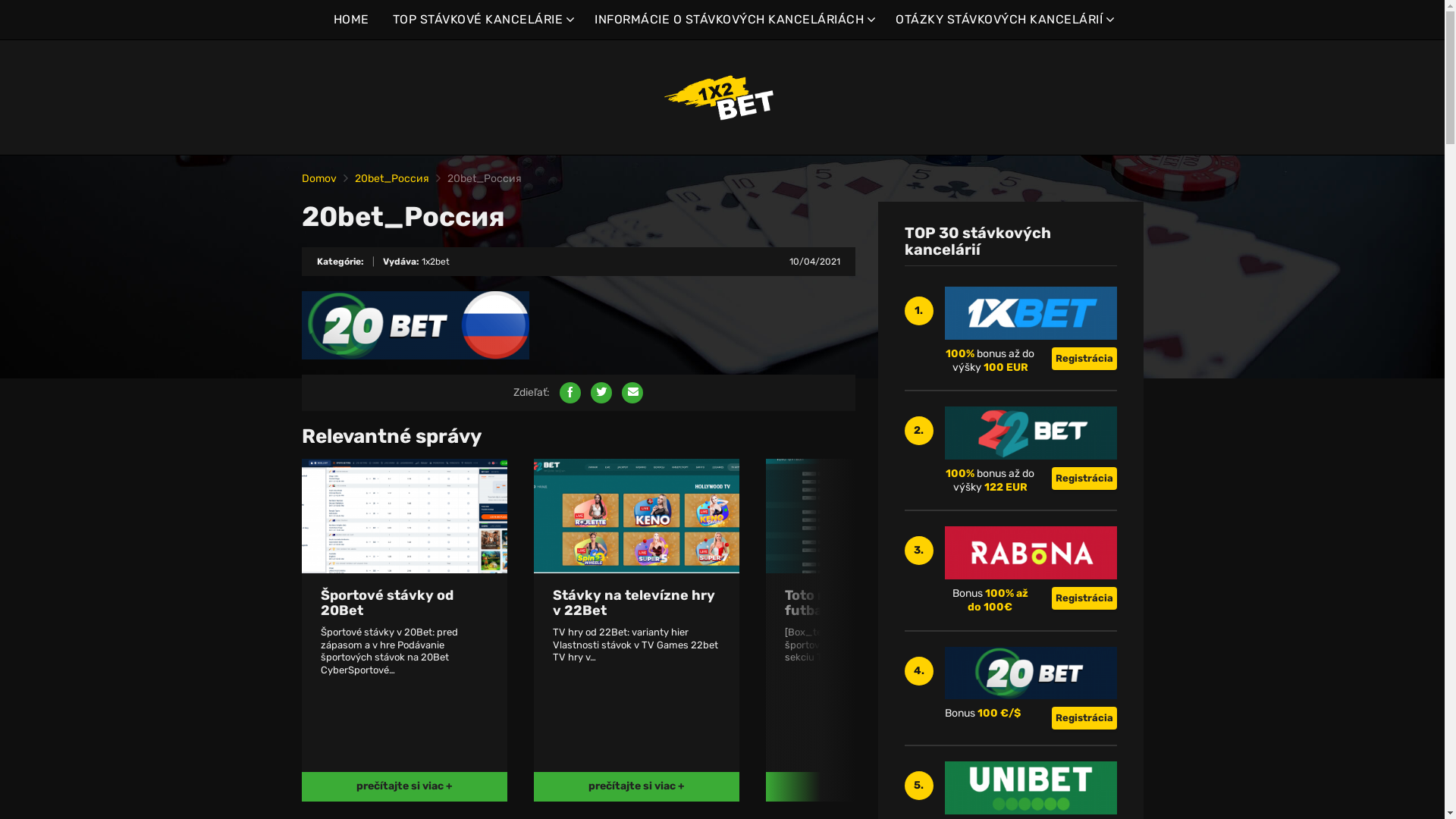  What do you see at coordinates (350, 20) in the screenshot?
I see `'HOME'` at bounding box center [350, 20].